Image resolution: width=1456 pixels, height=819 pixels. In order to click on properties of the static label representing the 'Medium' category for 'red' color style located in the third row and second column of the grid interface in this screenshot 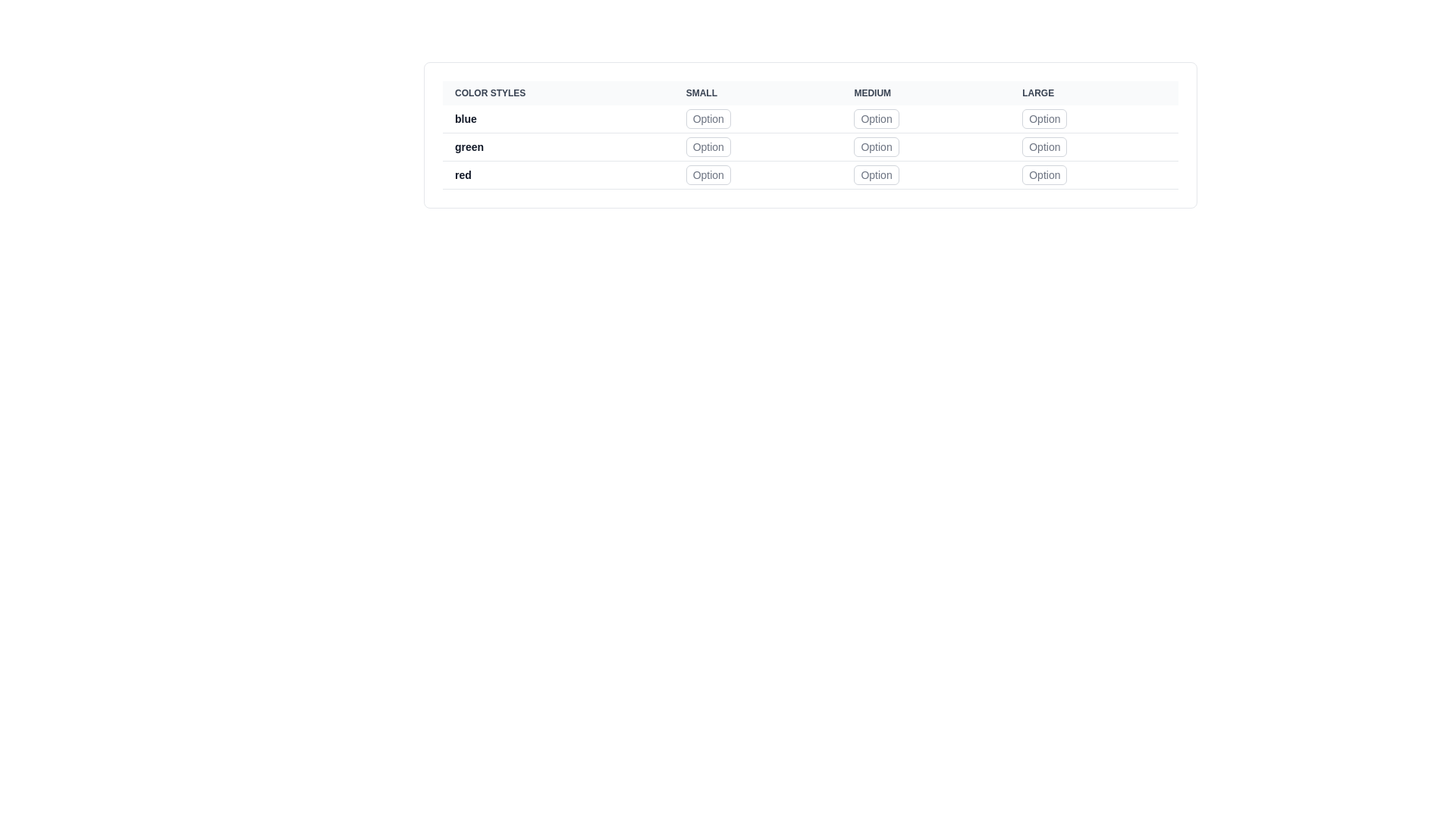, I will do `click(925, 174)`.